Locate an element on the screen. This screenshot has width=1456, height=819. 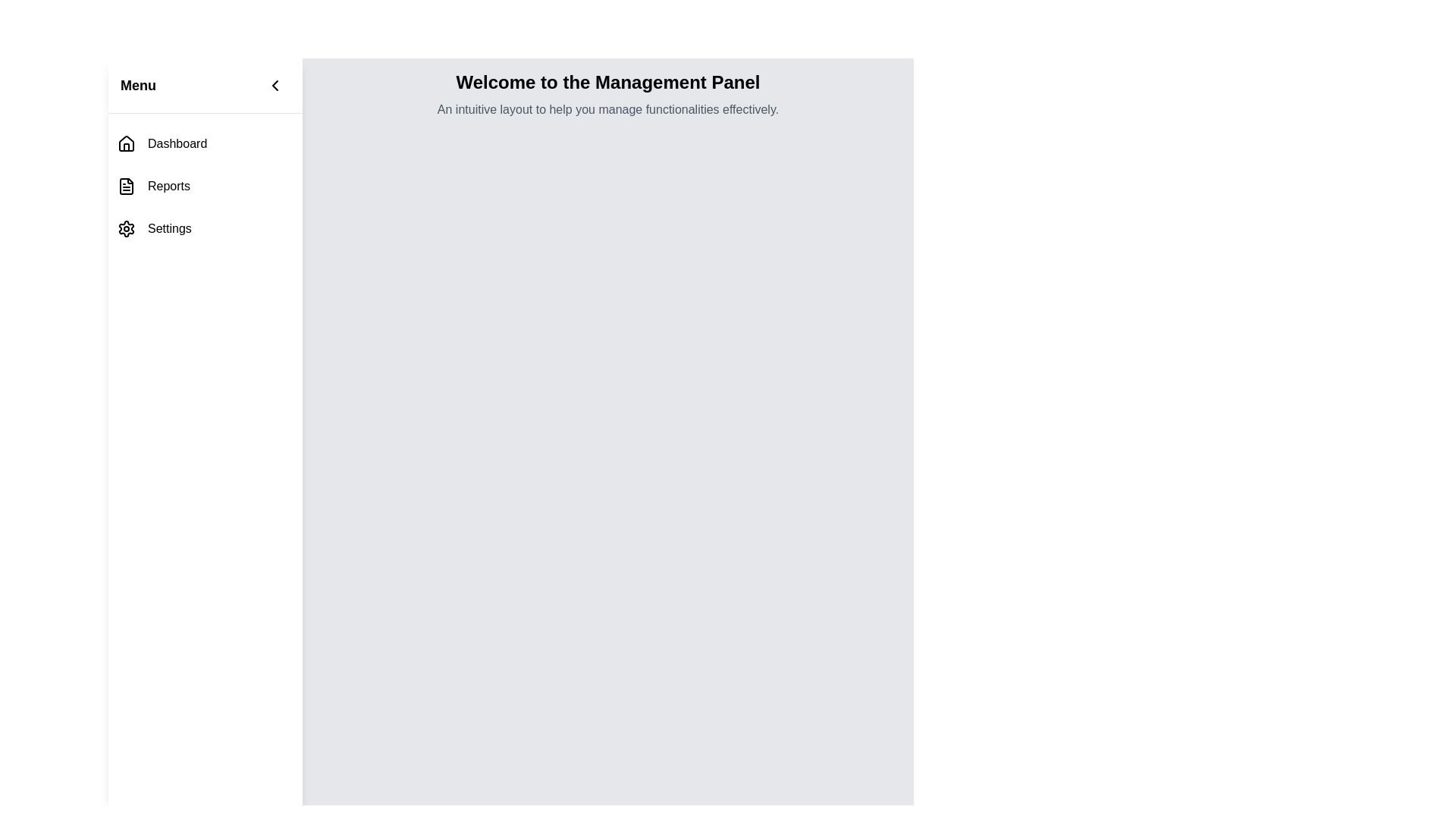
the 'Settings' text label in the navigation panel is located at coordinates (169, 228).